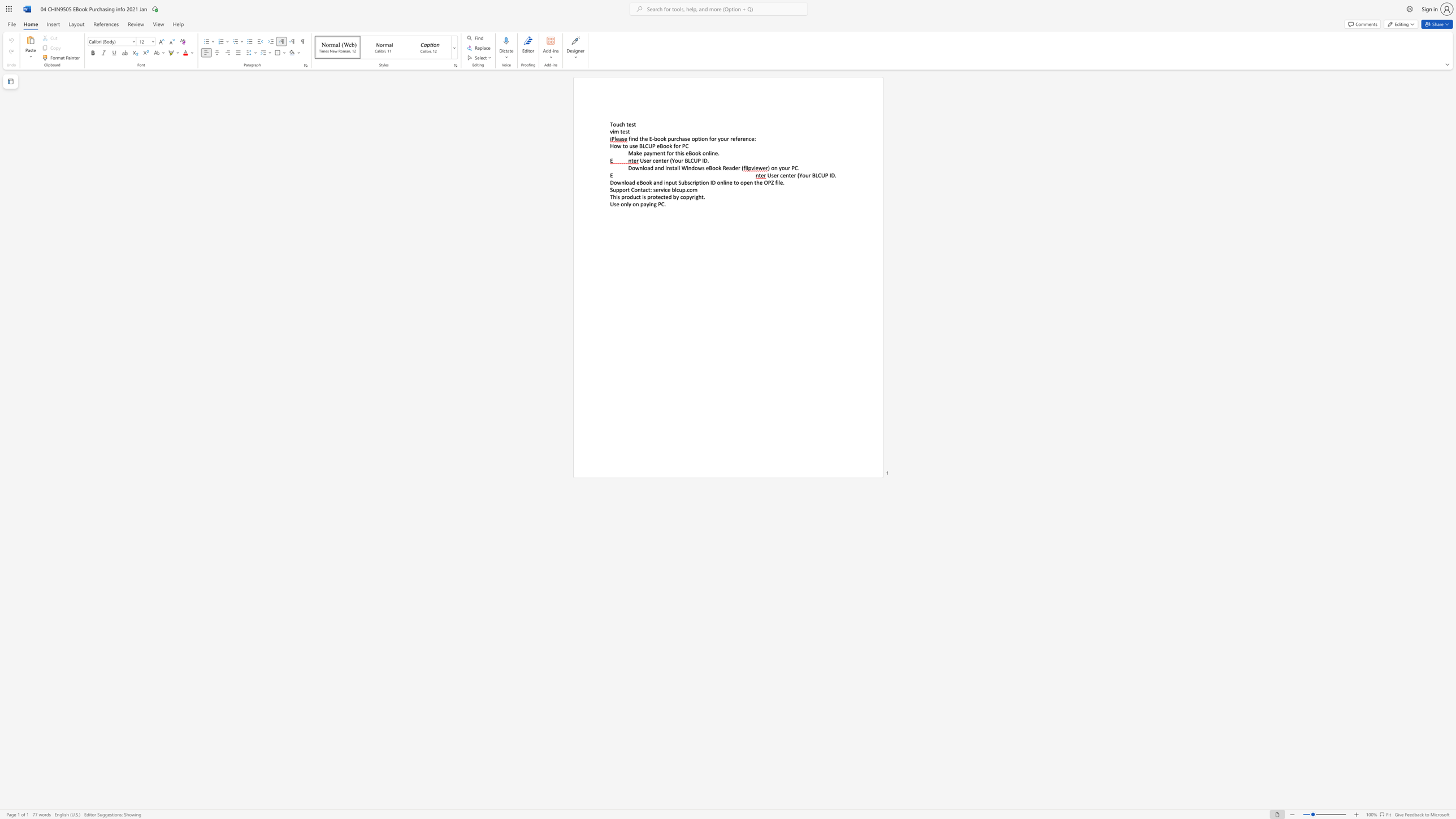 The height and width of the screenshot is (819, 1456). I want to click on the 1th character "y" in the text, so click(630, 204).